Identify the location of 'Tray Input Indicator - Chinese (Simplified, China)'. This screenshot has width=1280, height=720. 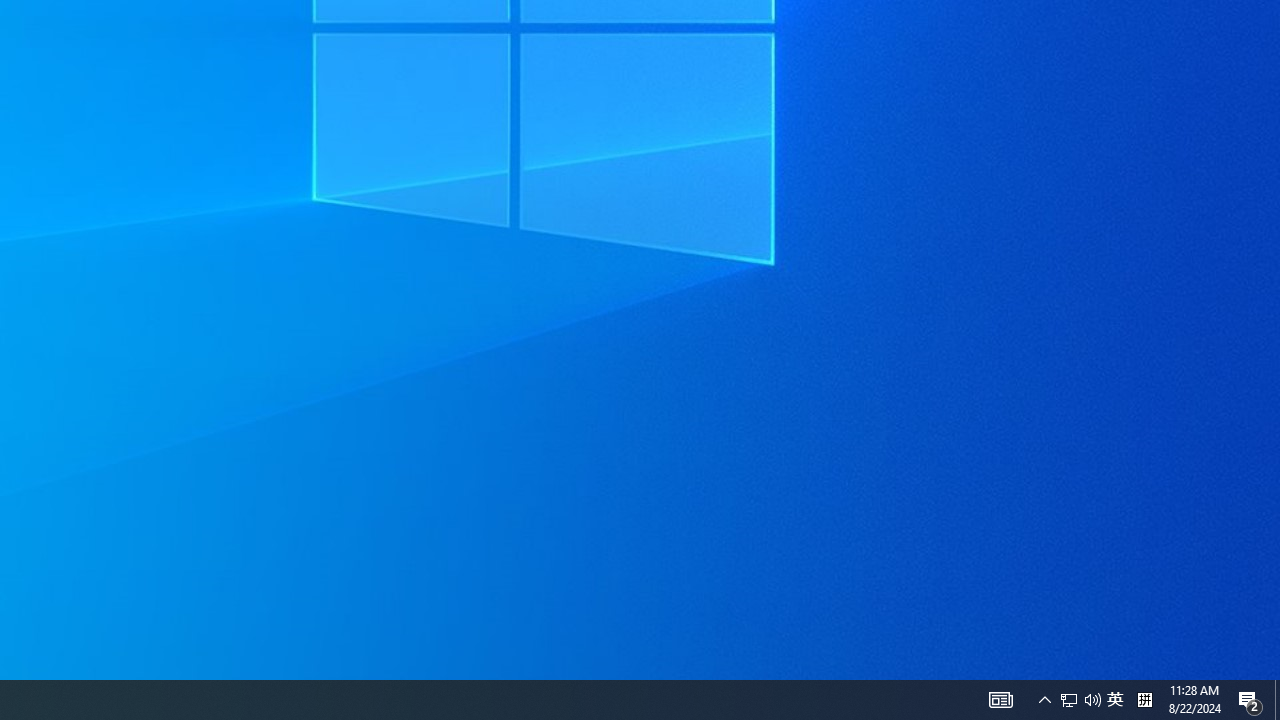
(1092, 698).